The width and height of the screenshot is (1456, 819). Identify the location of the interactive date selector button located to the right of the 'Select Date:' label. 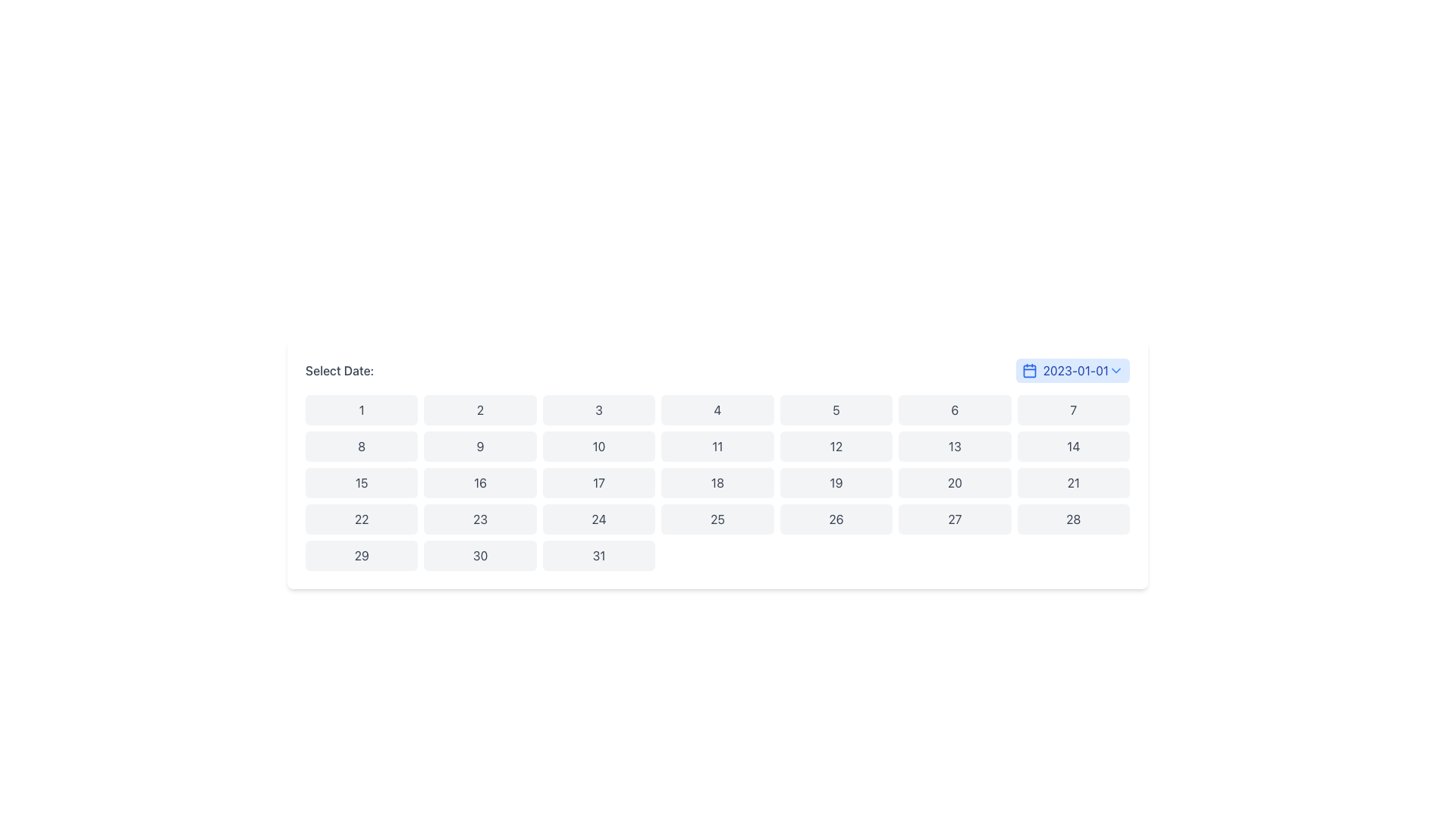
(1072, 371).